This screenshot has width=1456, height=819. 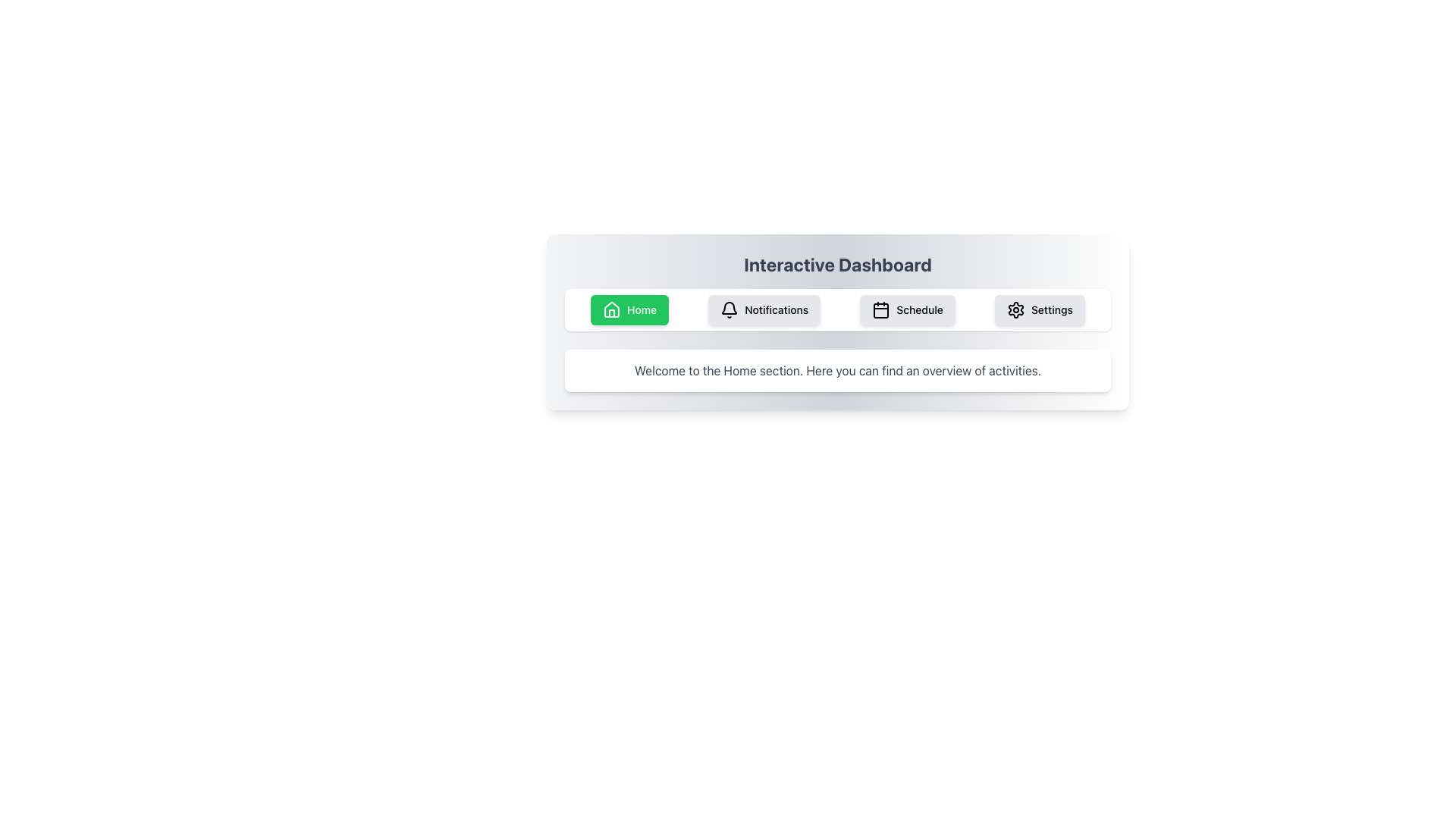 What do you see at coordinates (777, 309) in the screenshot?
I see `the 'Notifications' label text, which is displayed in bold sans-serif font and is positioned to the right of the bell icon in the second navigation button` at bounding box center [777, 309].